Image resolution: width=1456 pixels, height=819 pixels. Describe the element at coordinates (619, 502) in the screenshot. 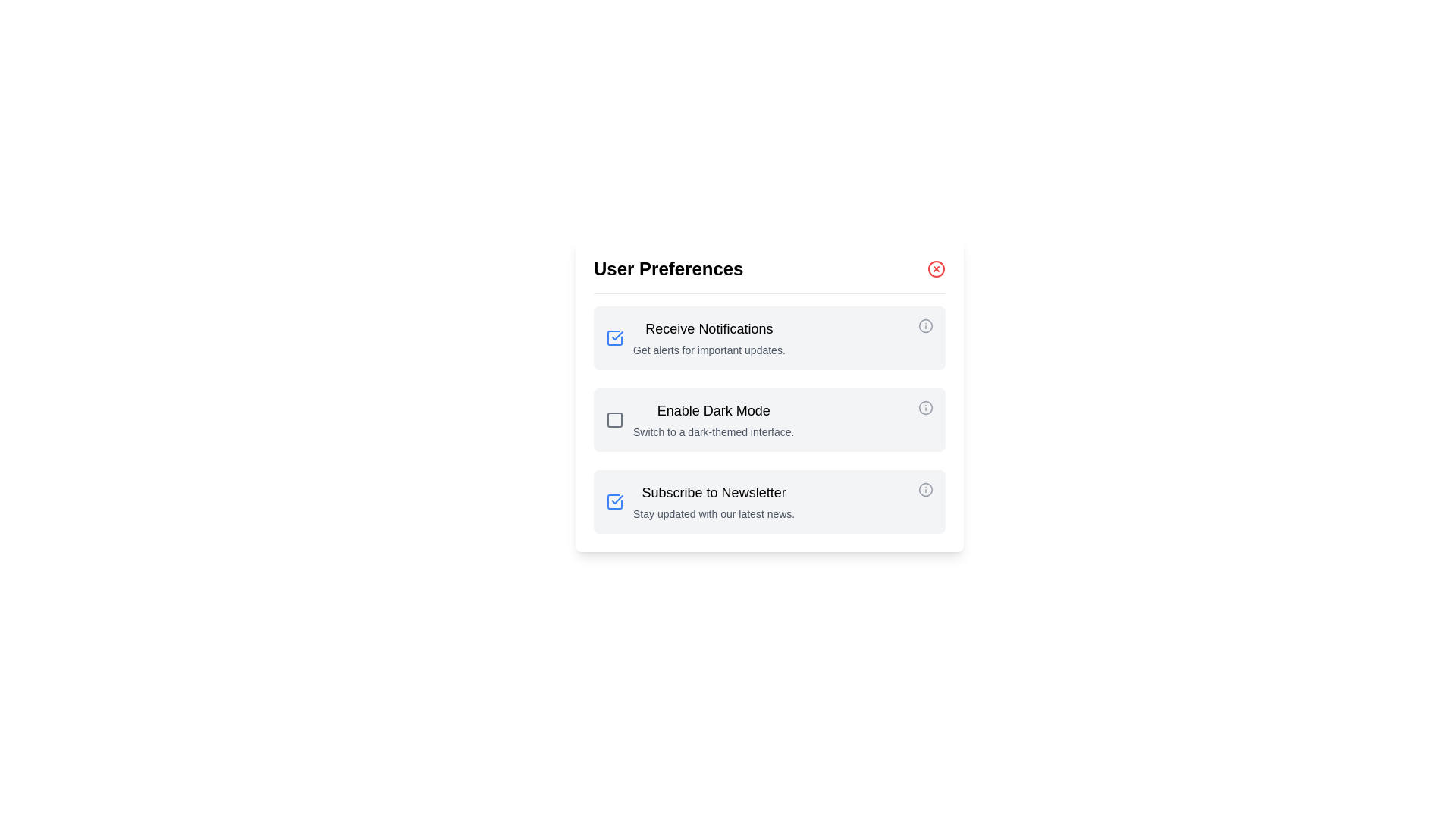

I see `the checkbox represented by a blue square outline with a checkmark in the center, located to the far left of the 'Subscribe to Newsletter' label` at that location.